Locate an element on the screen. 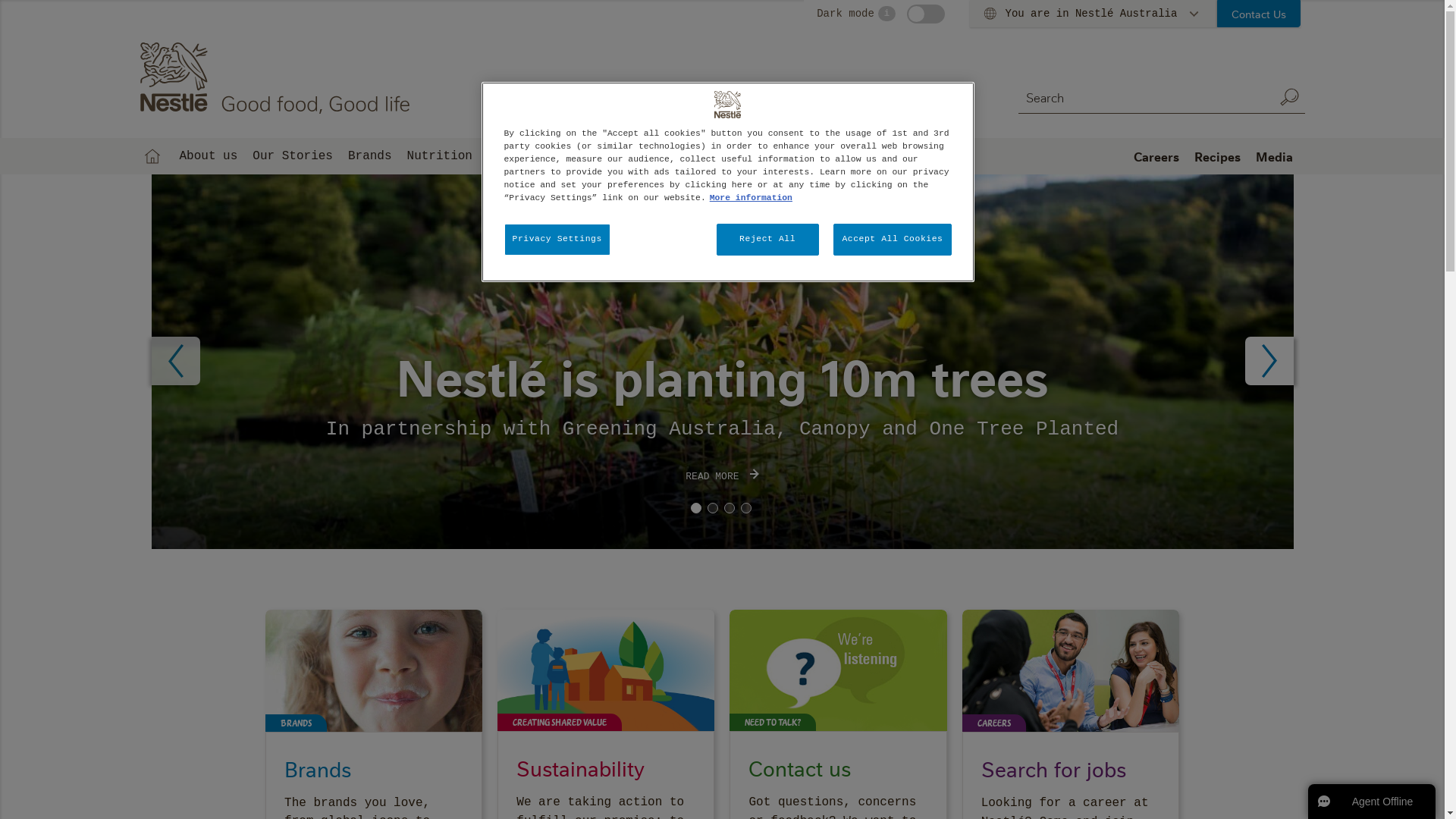  'Contact Us' is located at coordinates (1259, 14).